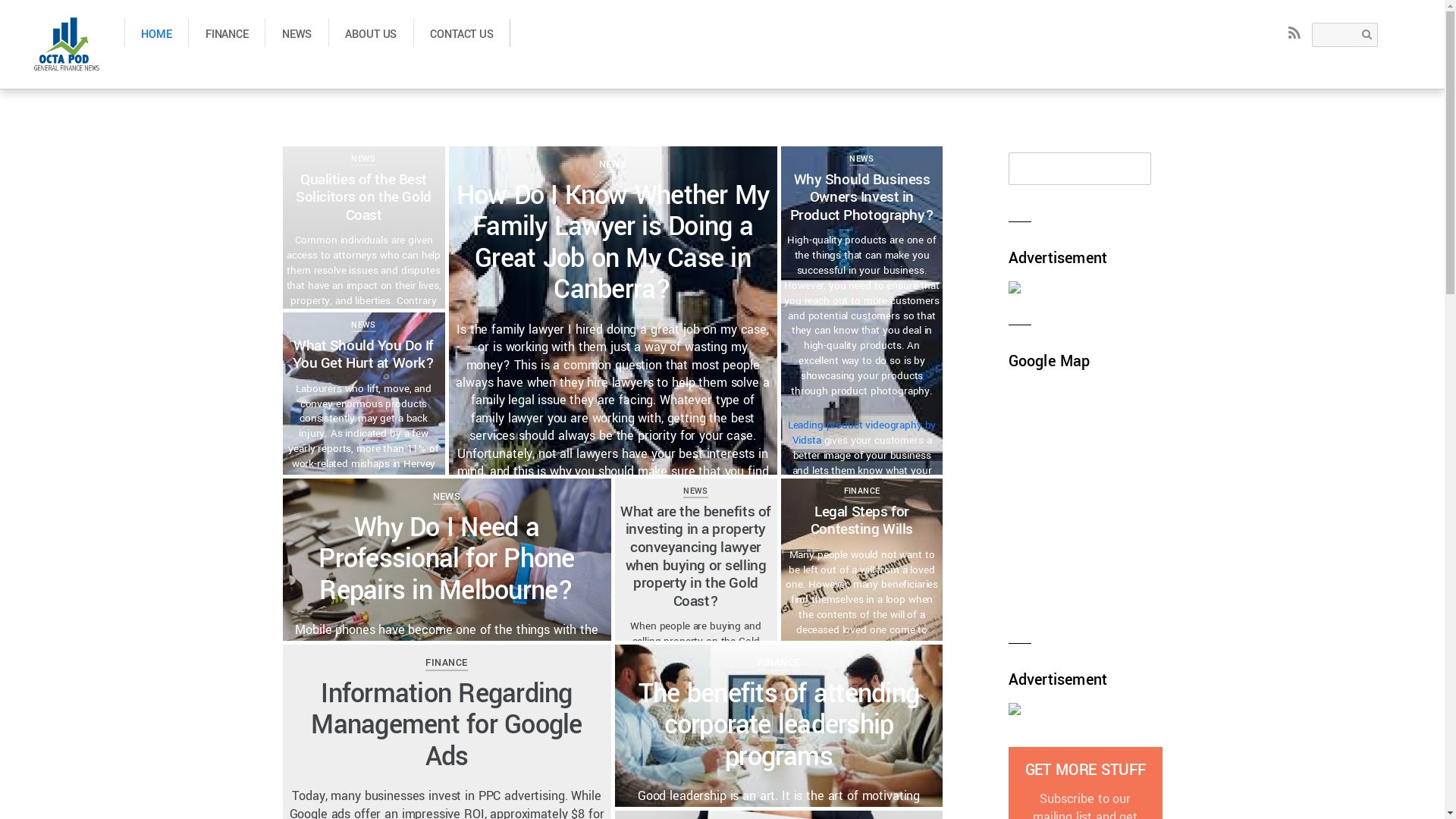 The width and height of the screenshot is (1456, 819). I want to click on 'NEWS', so click(296, 32).